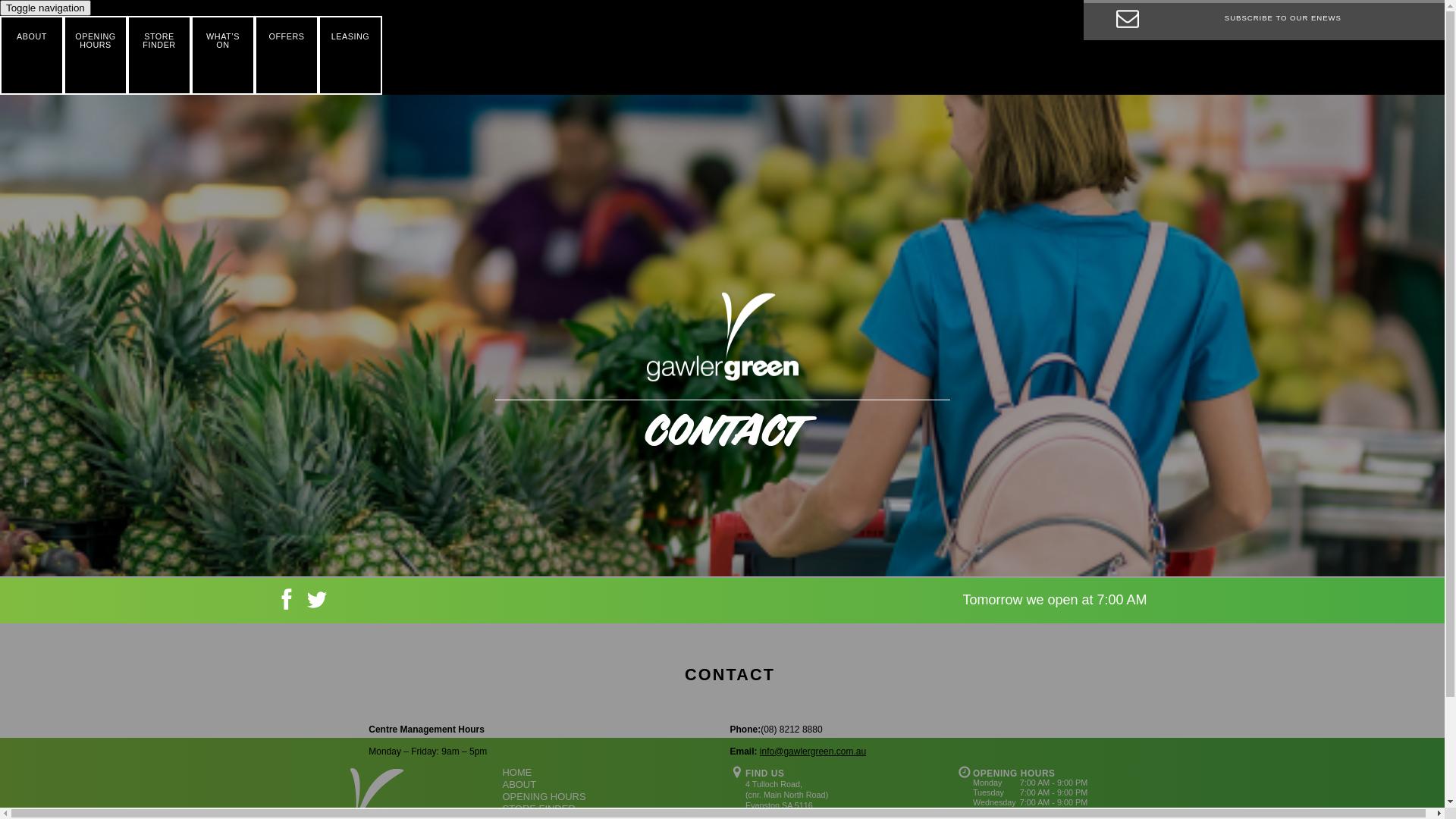 The image size is (1456, 819). I want to click on 'LEASING', so click(349, 55).